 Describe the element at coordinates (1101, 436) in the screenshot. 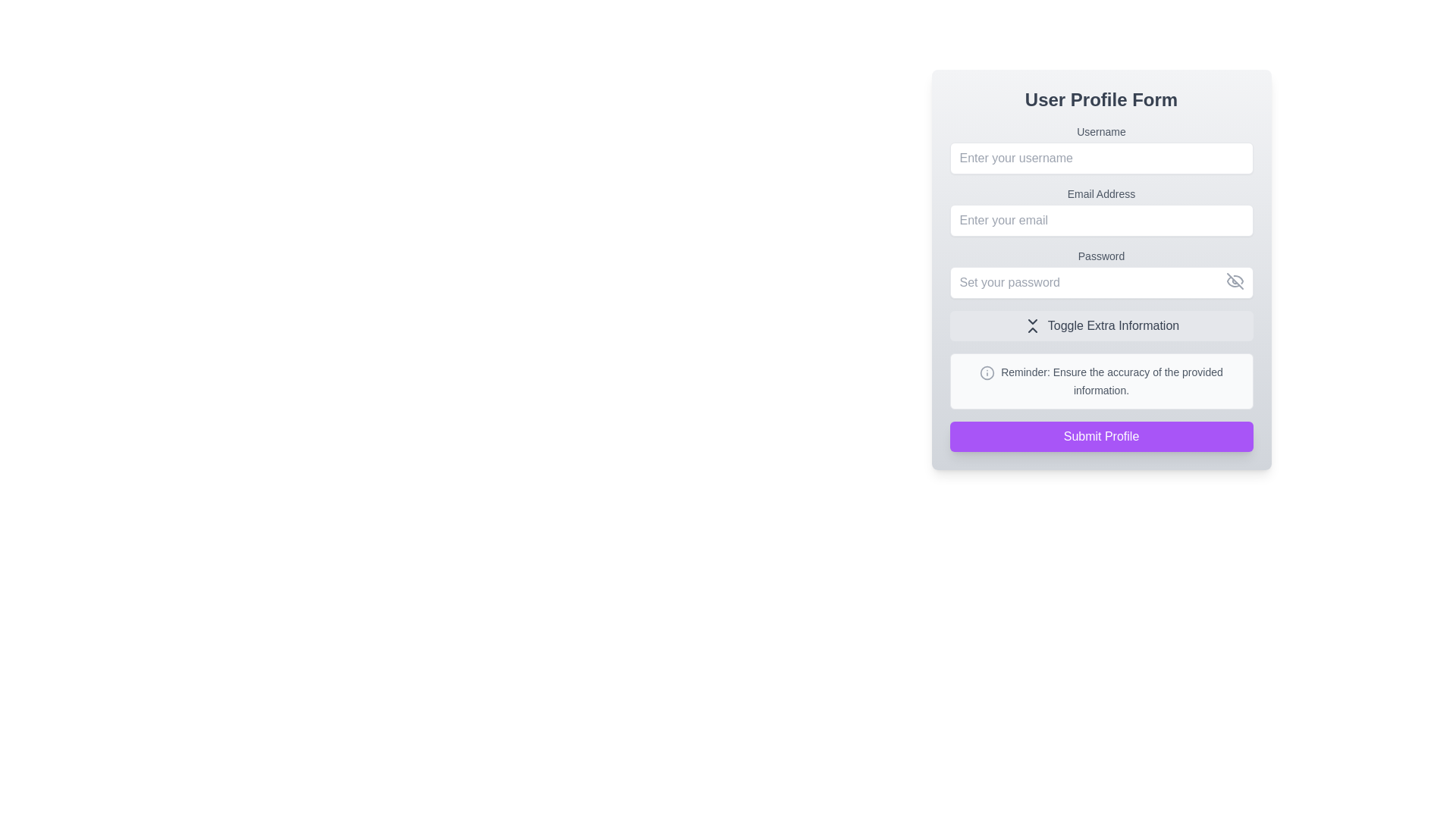

I see `the purple rectangular button labeled 'Submit Profile' to observe styling changes` at that location.